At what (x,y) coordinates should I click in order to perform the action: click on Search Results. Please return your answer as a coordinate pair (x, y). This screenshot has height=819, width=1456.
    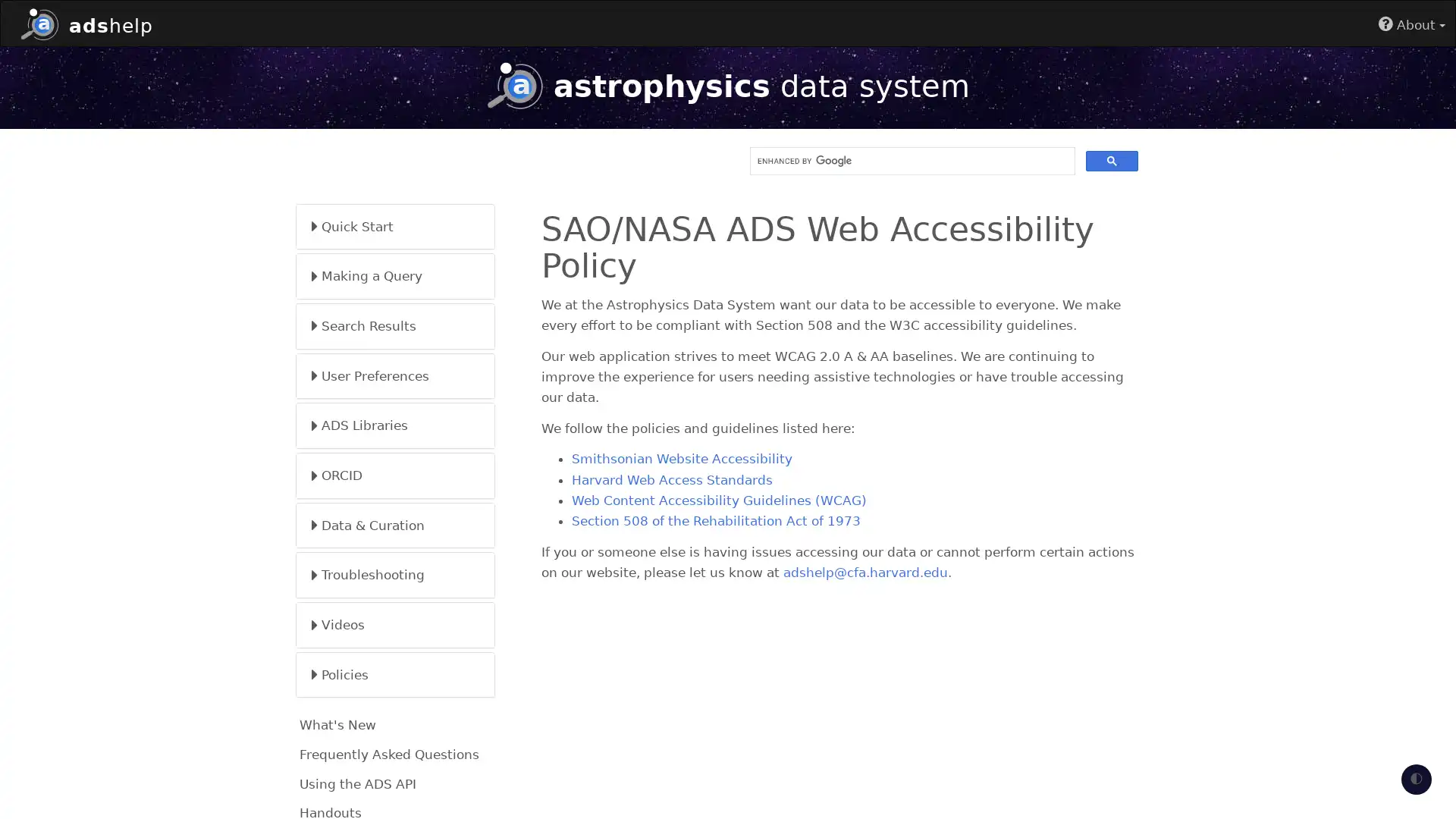
    Looking at the image, I should click on (395, 325).